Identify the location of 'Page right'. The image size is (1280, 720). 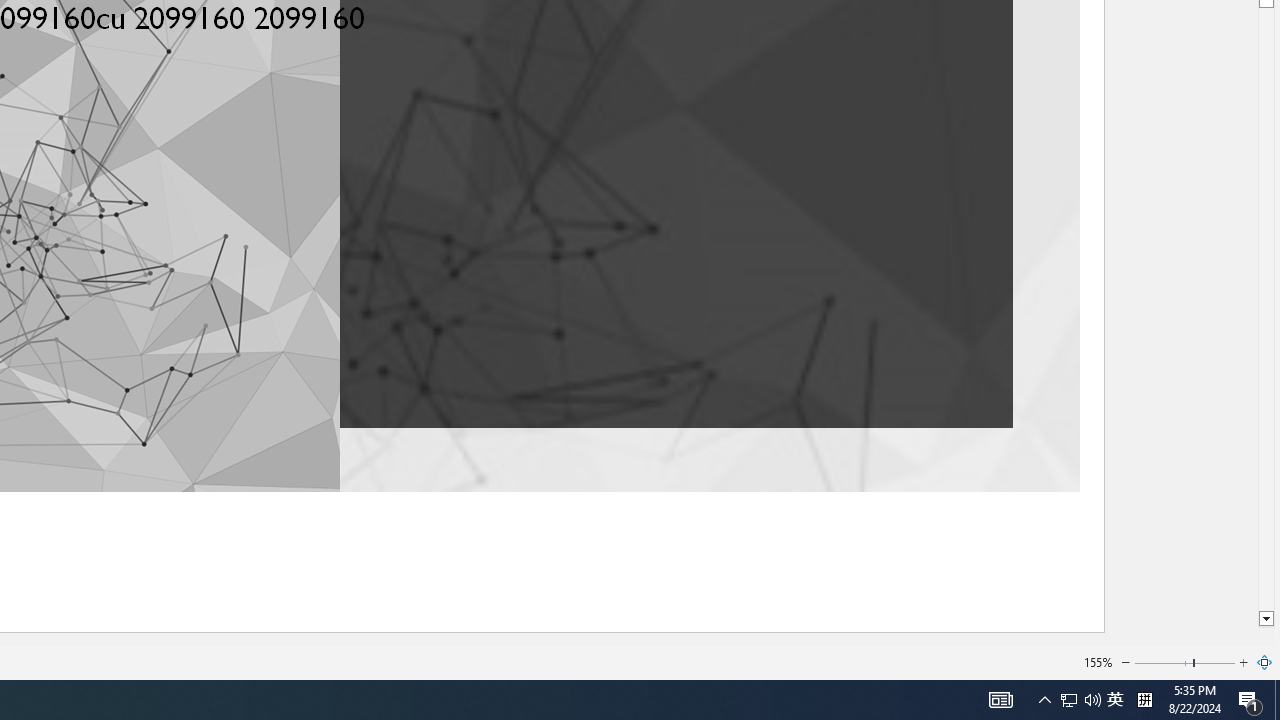
(1214, 663).